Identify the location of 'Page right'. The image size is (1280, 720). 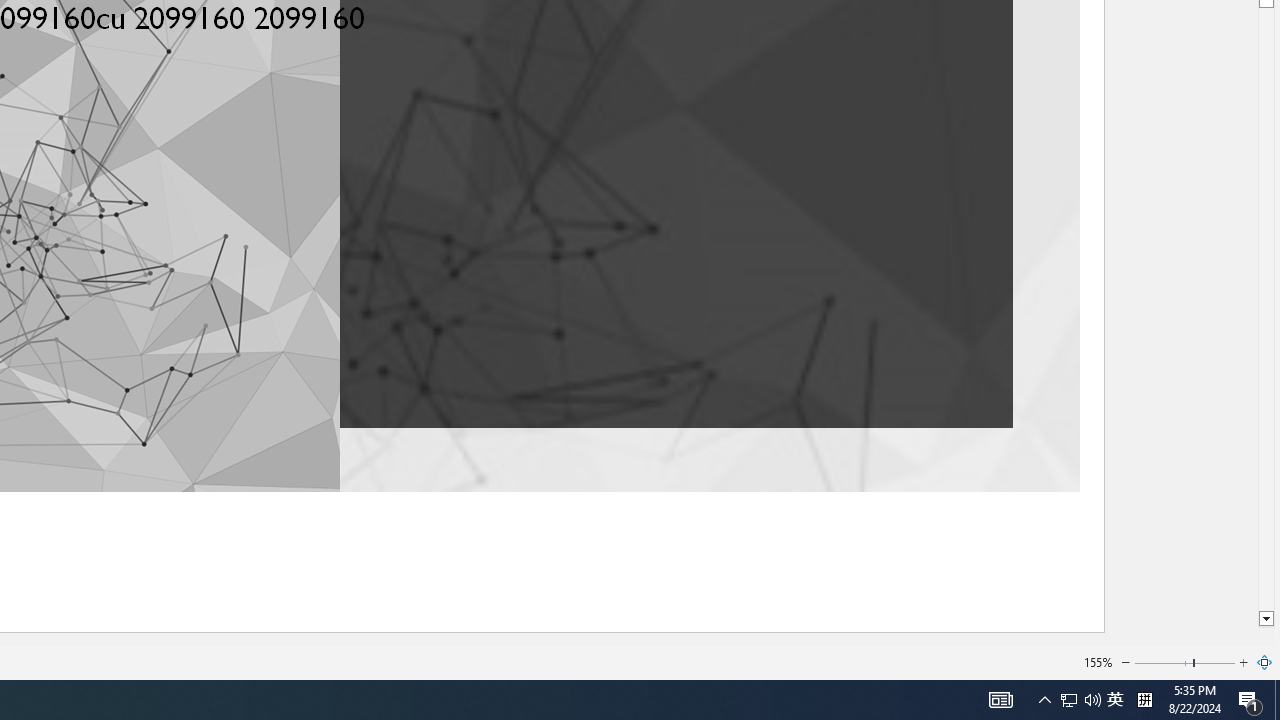
(1214, 663).